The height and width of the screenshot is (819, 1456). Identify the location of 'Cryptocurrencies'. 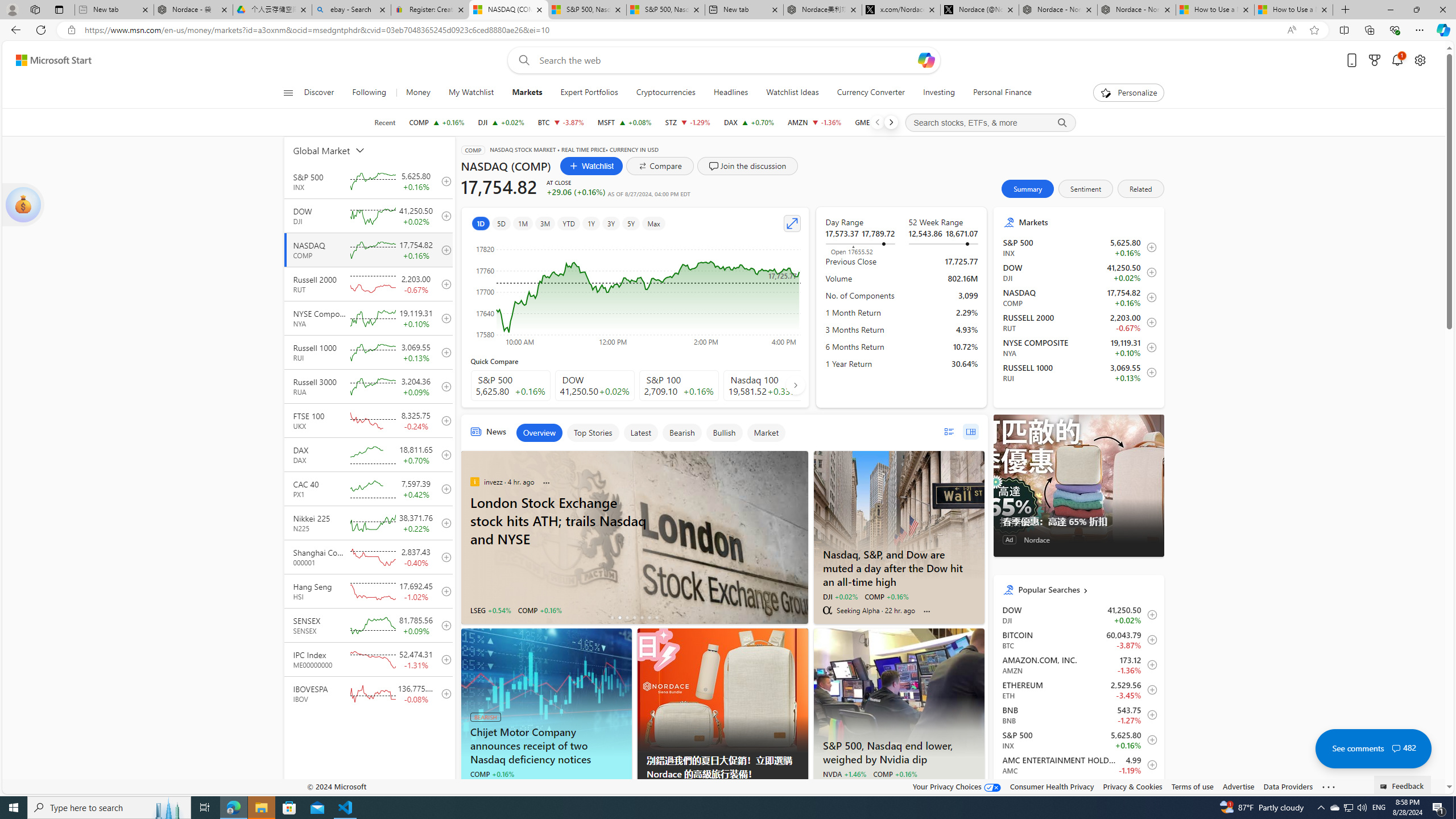
(665, 92).